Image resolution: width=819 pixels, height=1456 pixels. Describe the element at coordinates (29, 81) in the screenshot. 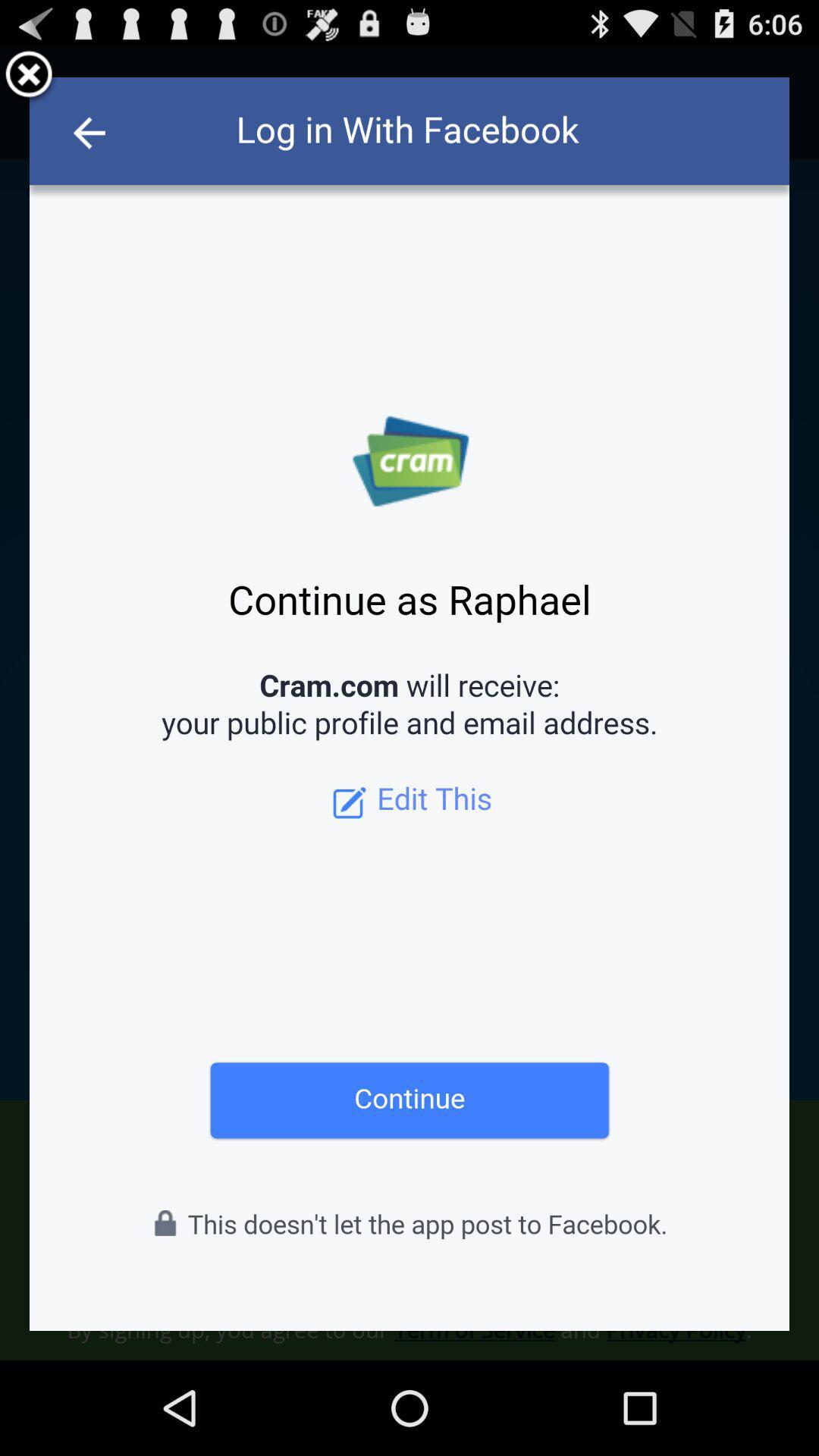

I see `the close icon` at that location.